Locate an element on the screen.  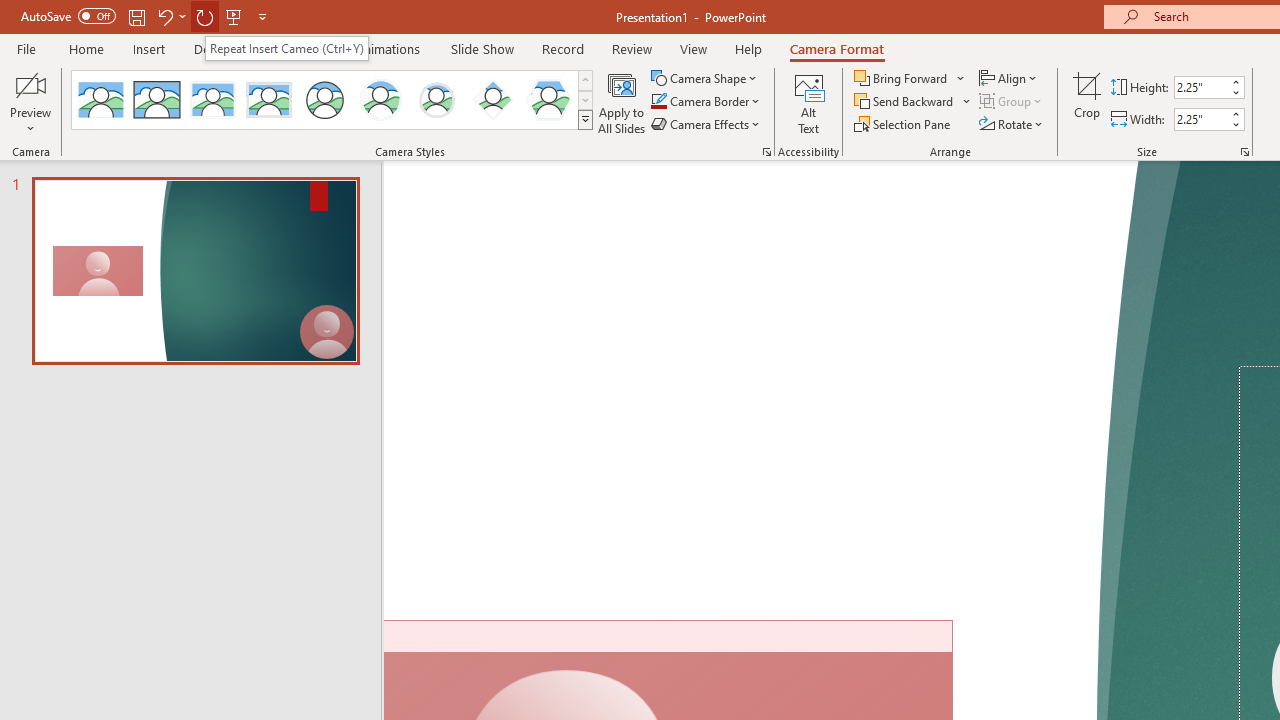
'Soft Edge Circle' is located at coordinates (436, 100).